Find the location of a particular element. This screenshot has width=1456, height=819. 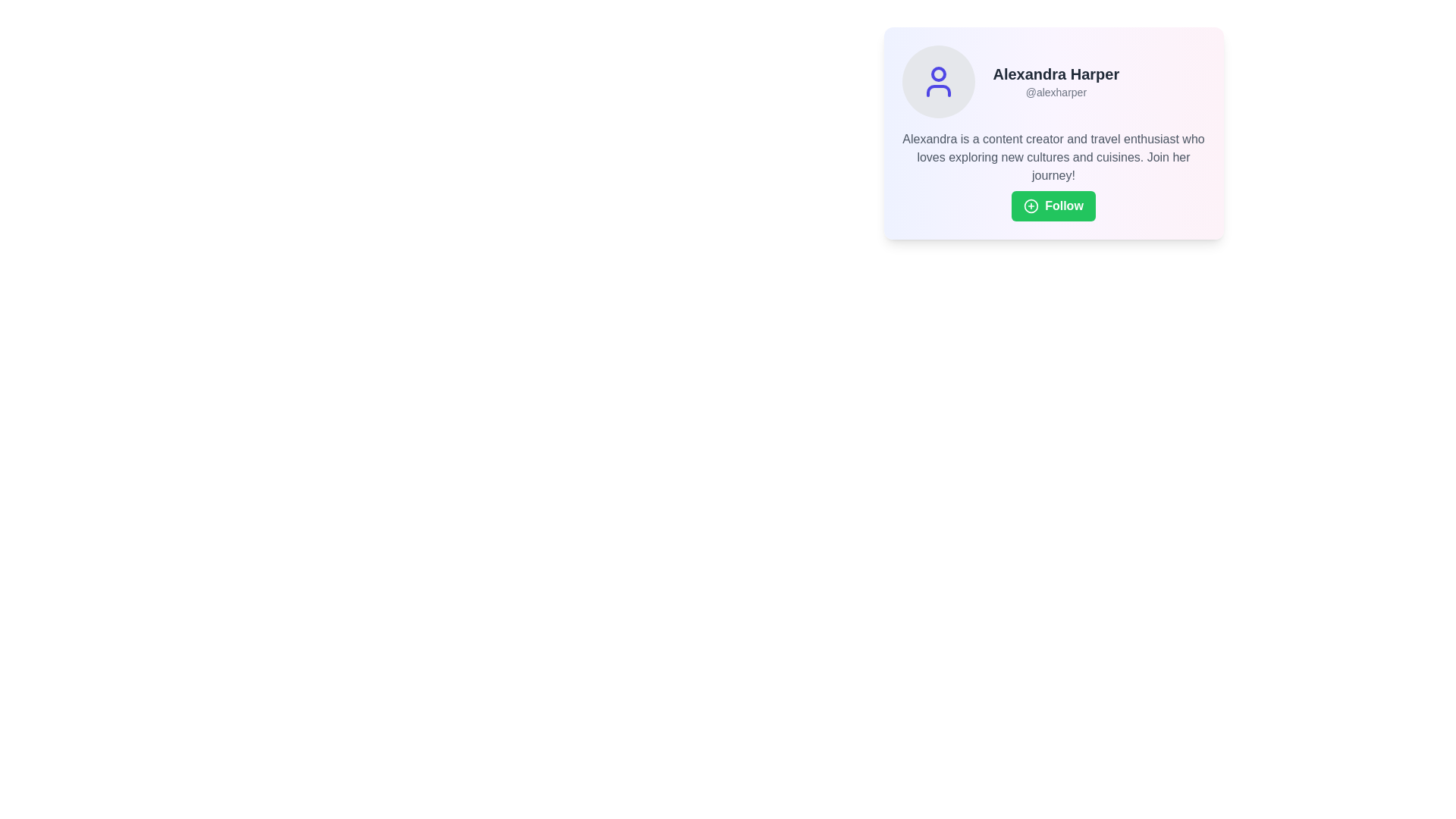

profile name text label located at the top center of the profile card, directly above the username '@alexharper' is located at coordinates (1055, 74).